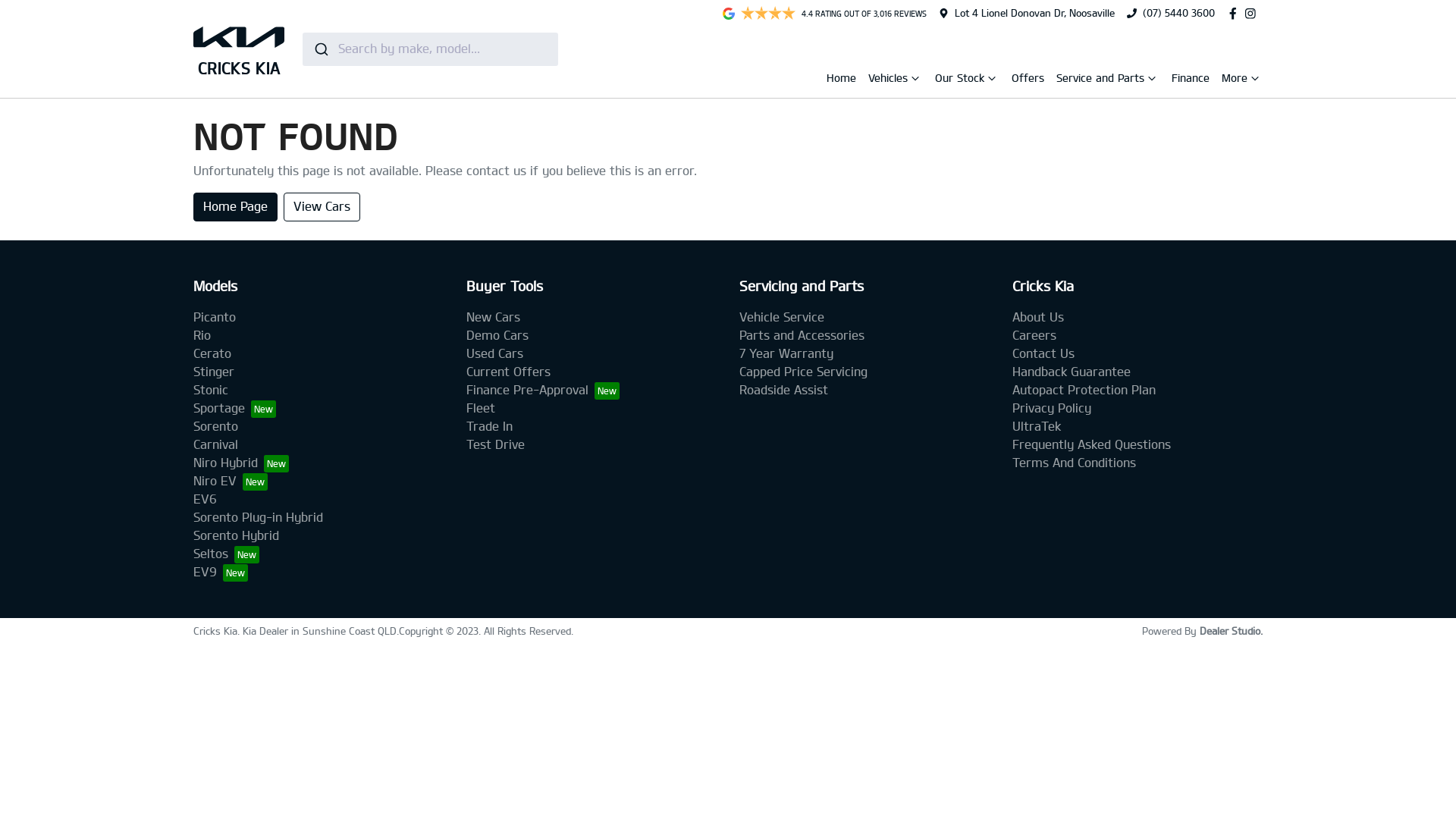 The width and height of the screenshot is (1456, 819). What do you see at coordinates (802, 372) in the screenshot?
I see `'Capped Price Servicing'` at bounding box center [802, 372].